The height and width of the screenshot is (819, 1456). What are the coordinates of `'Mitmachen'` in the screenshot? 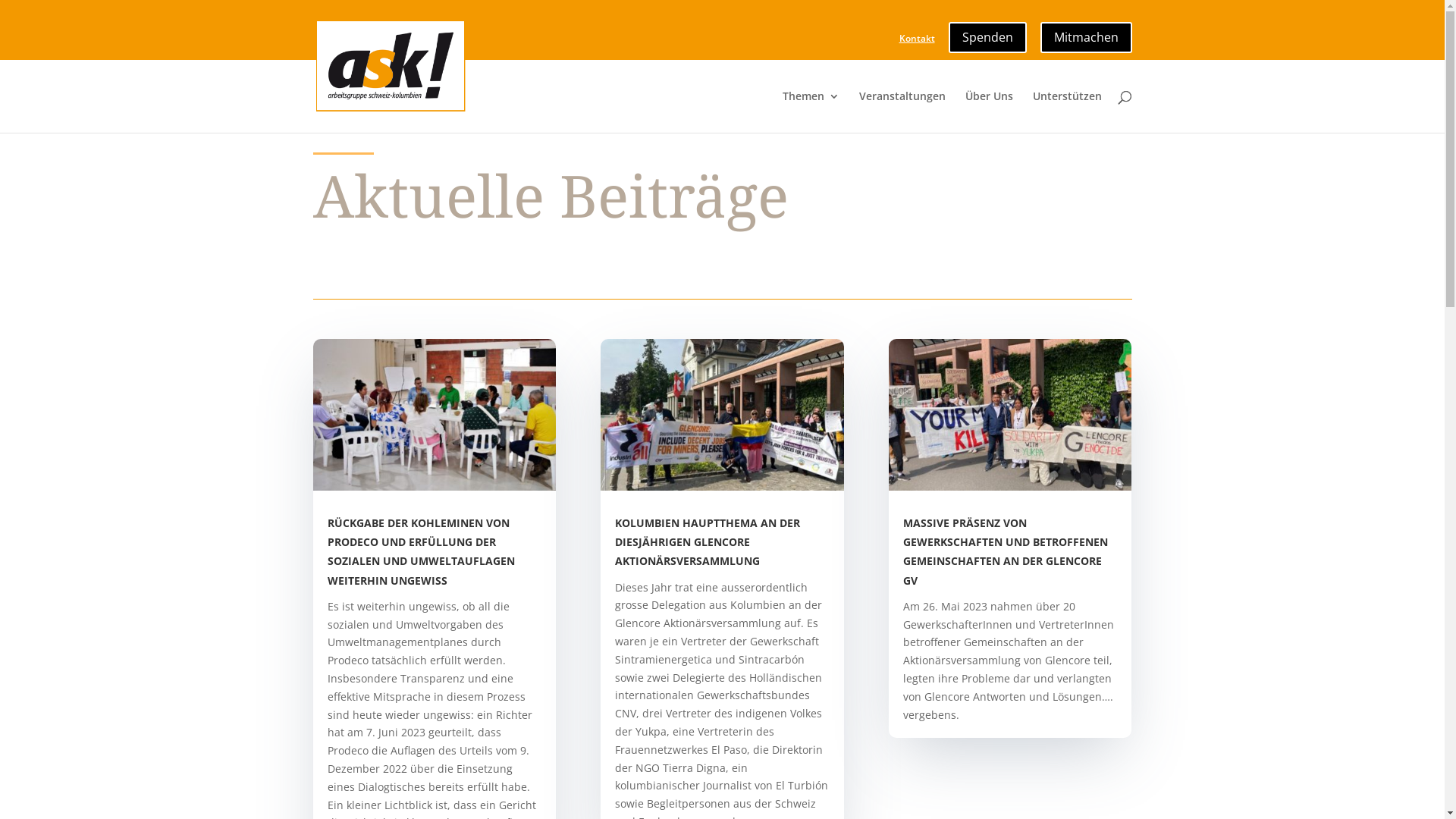 It's located at (1085, 33).